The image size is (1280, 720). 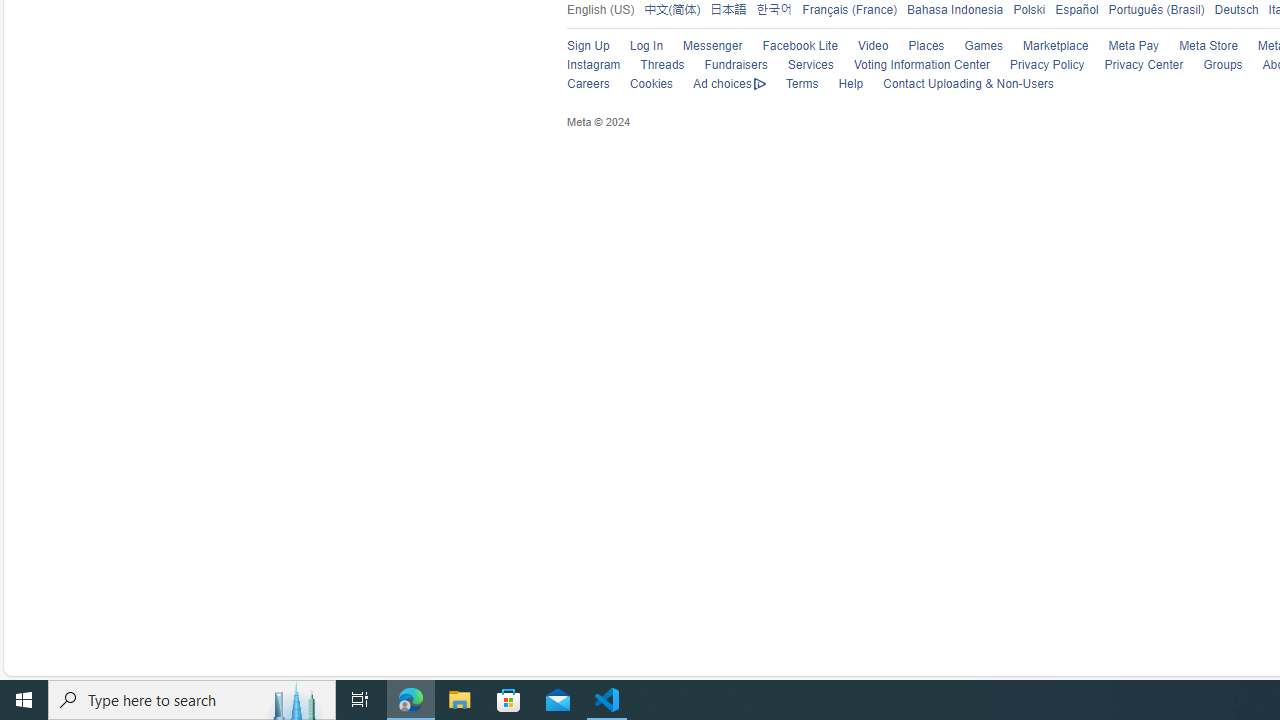 What do you see at coordinates (800, 65) in the screenshot?
I see `'Services'` at bounding box center [800, 65].